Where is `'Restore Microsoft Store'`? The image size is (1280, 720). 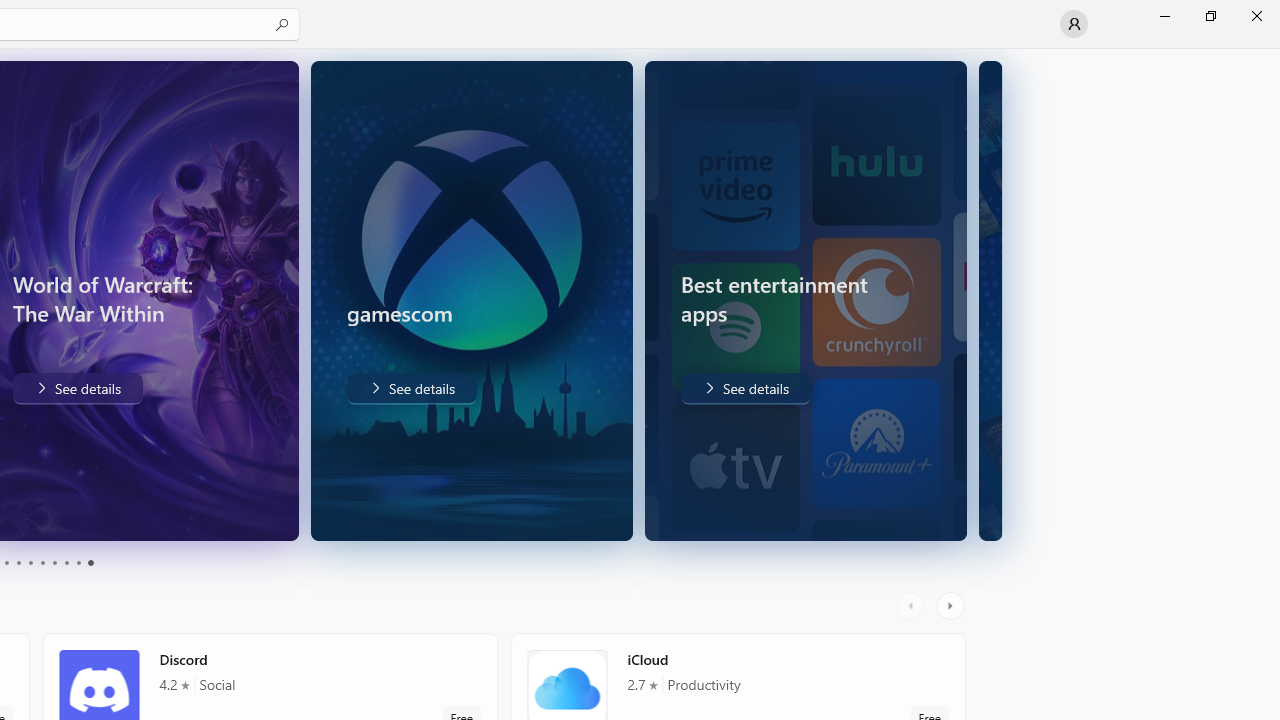
'Restore Microsoft Store' is located at coordinates (1209, 15).